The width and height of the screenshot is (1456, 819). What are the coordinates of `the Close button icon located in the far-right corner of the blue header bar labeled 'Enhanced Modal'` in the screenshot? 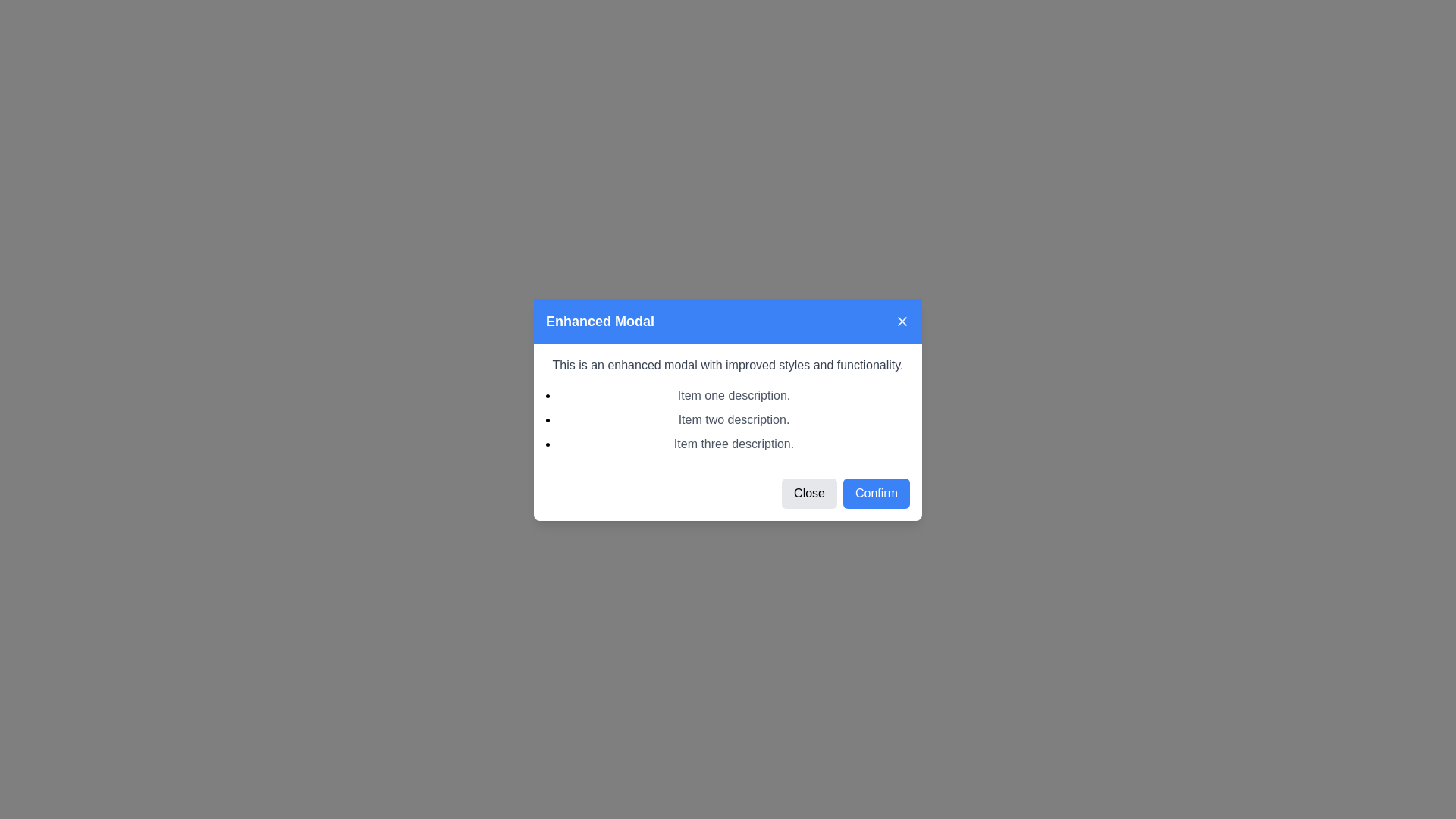 It's located at (902, 320).